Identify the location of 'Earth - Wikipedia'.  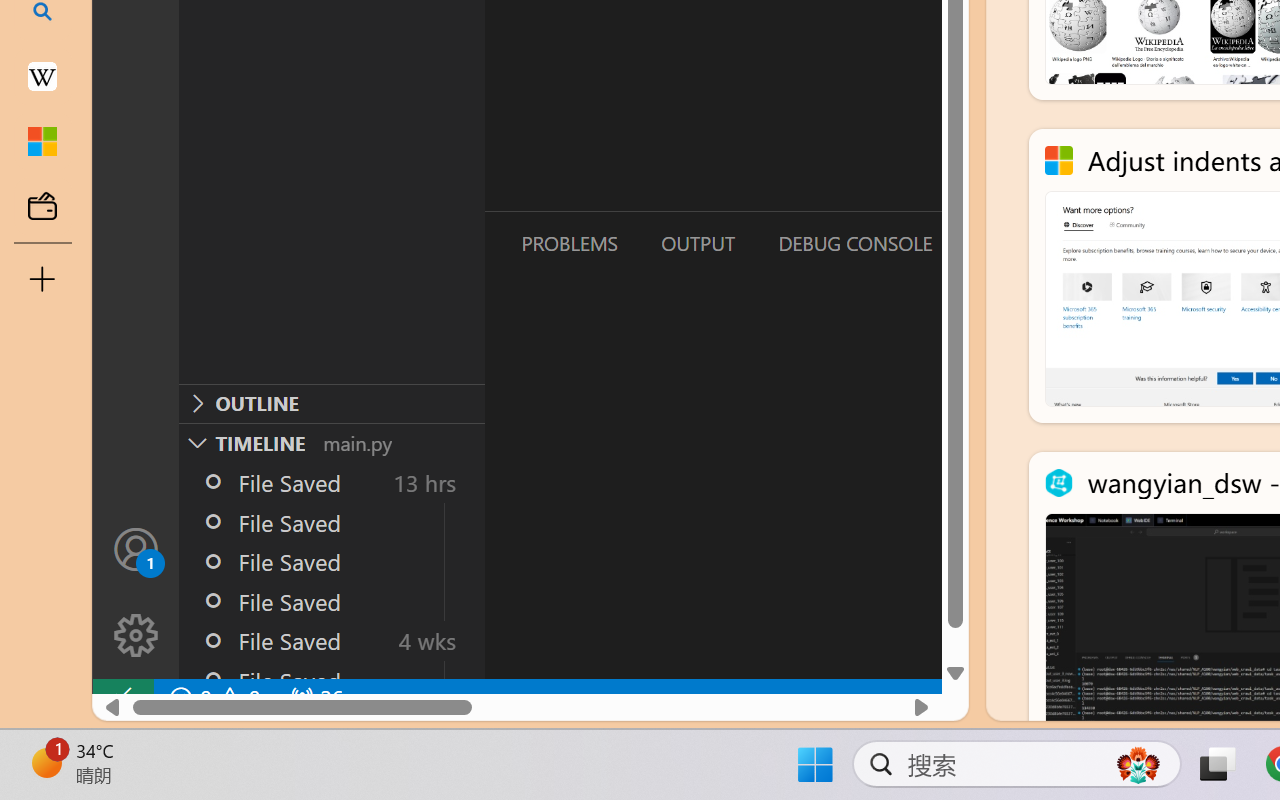
(42, 76).